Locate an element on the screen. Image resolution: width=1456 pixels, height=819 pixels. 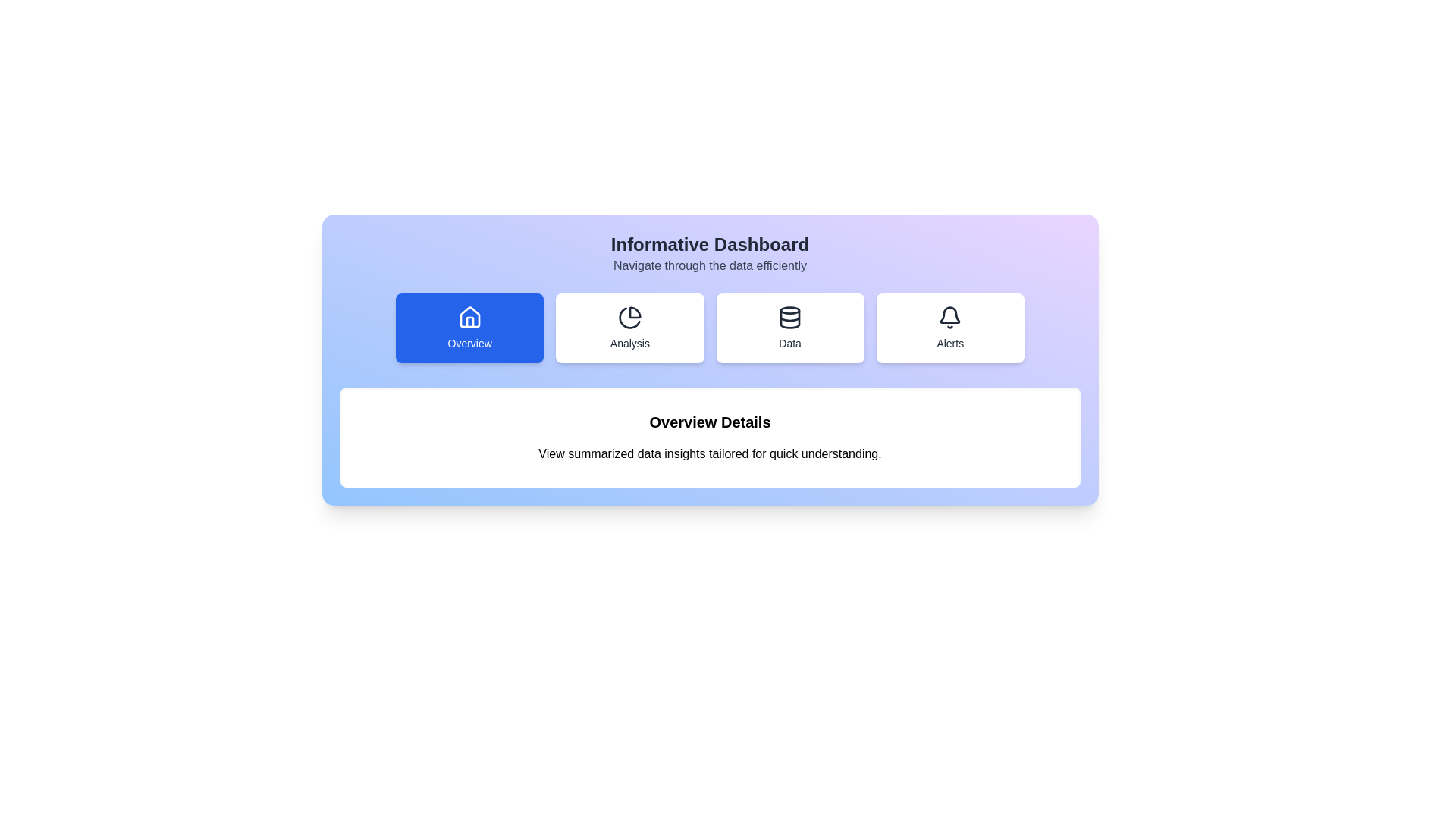
the static text element located in the lower part of the 'Overview Details' section, directly beneath the header text 'Overview Details.' is located at coordinates (709, 453).